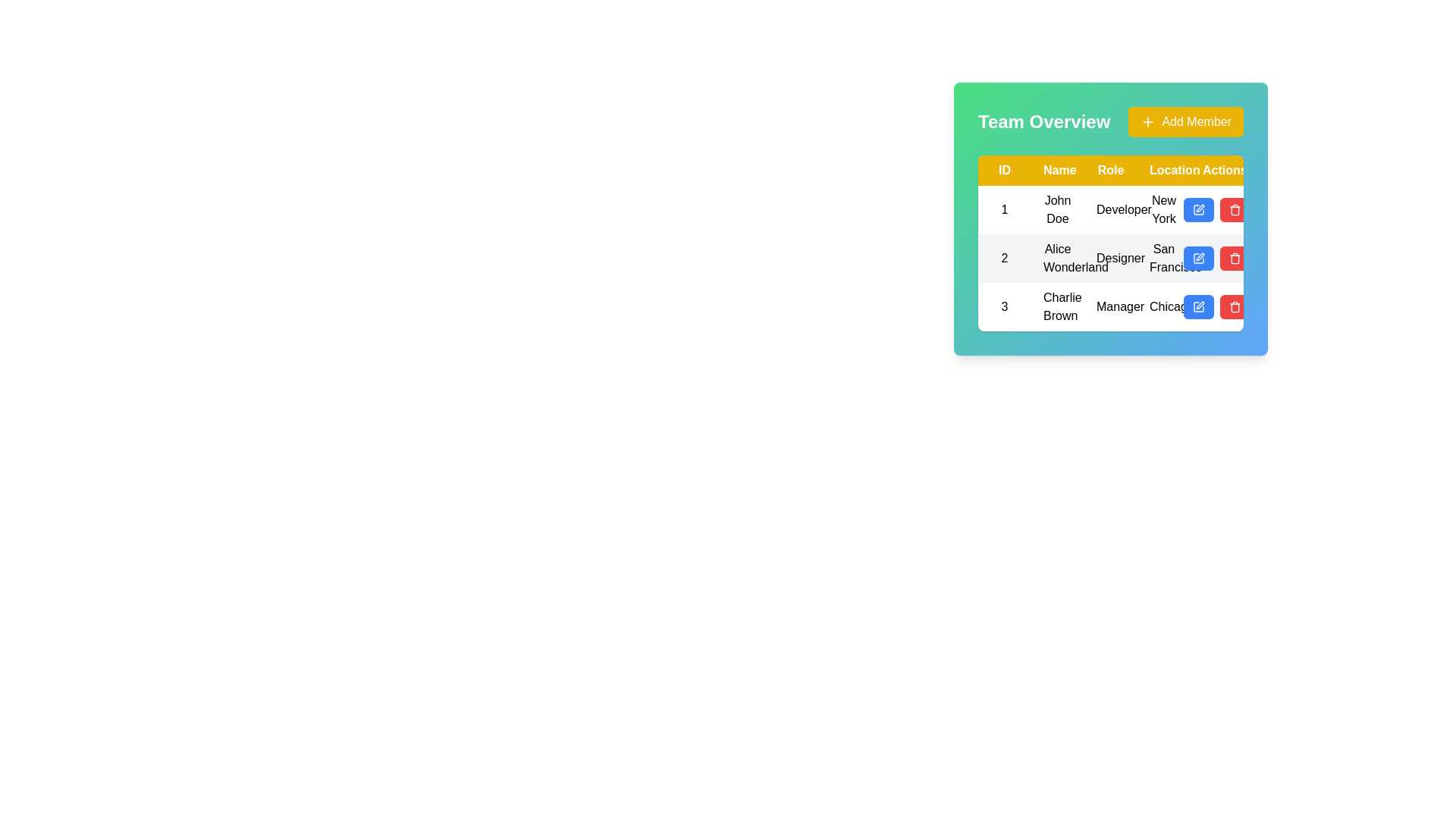 This screenshot has height=819, width=1456. What do you see at coordinates (1004, 210) in the screenshot?
I see `text content of the cell containing the character '1', which is located in the first column of the first row under the 'ID' header` at bounding box center [1004, 210].